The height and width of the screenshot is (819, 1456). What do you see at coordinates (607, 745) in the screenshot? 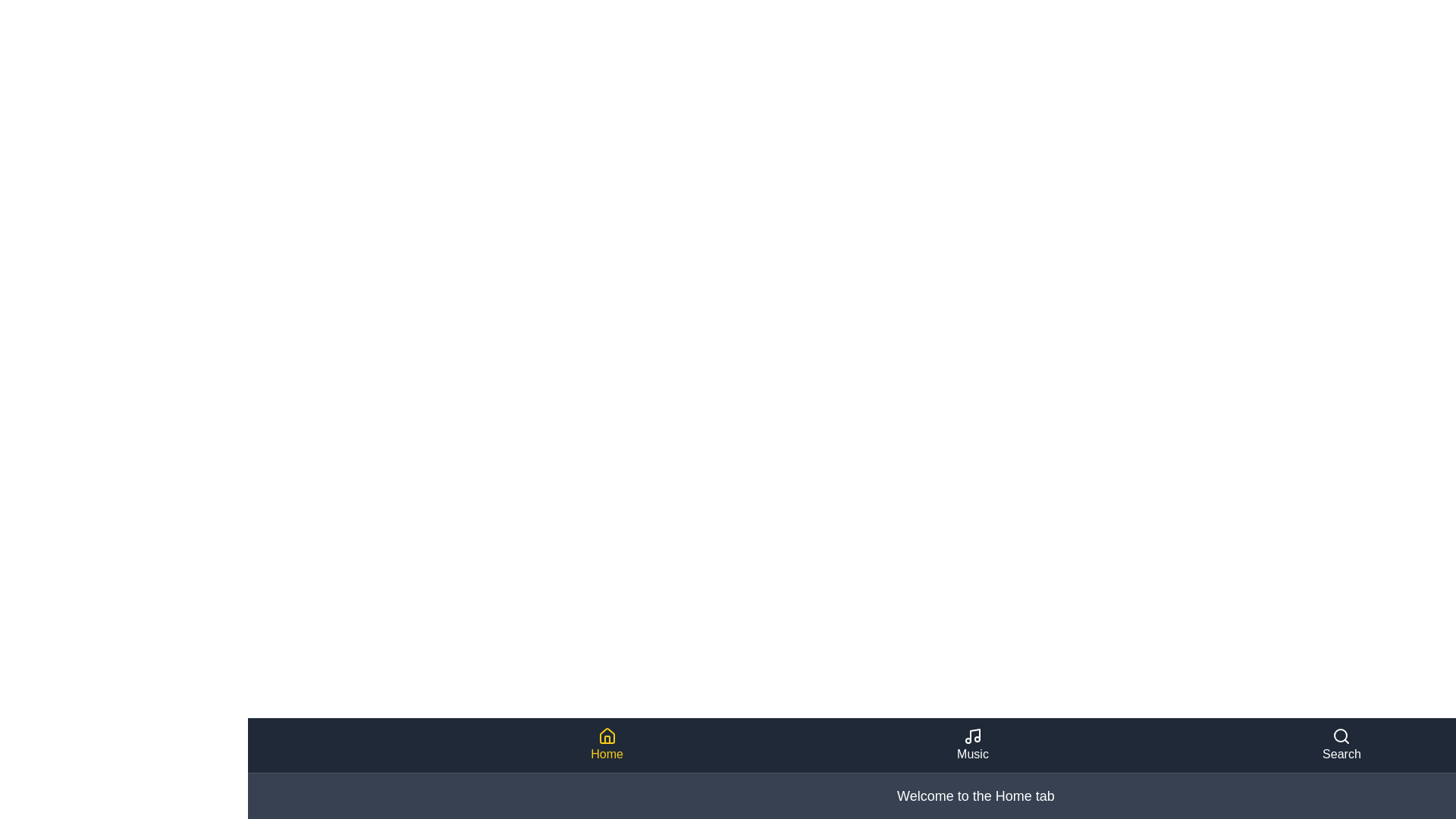
I see `the Home tab to view its content` at bounding box center [607, 745].